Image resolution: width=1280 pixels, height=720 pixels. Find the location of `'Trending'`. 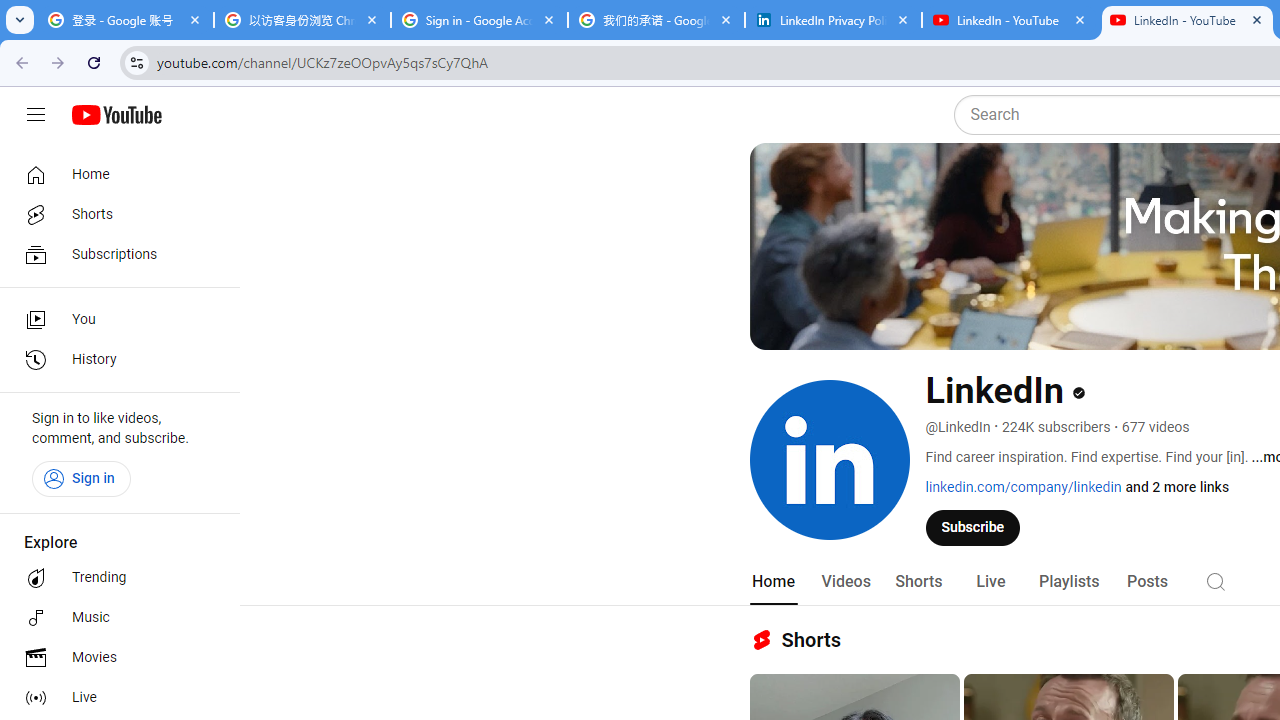

'Trending' is located at coordinates (112, 578).